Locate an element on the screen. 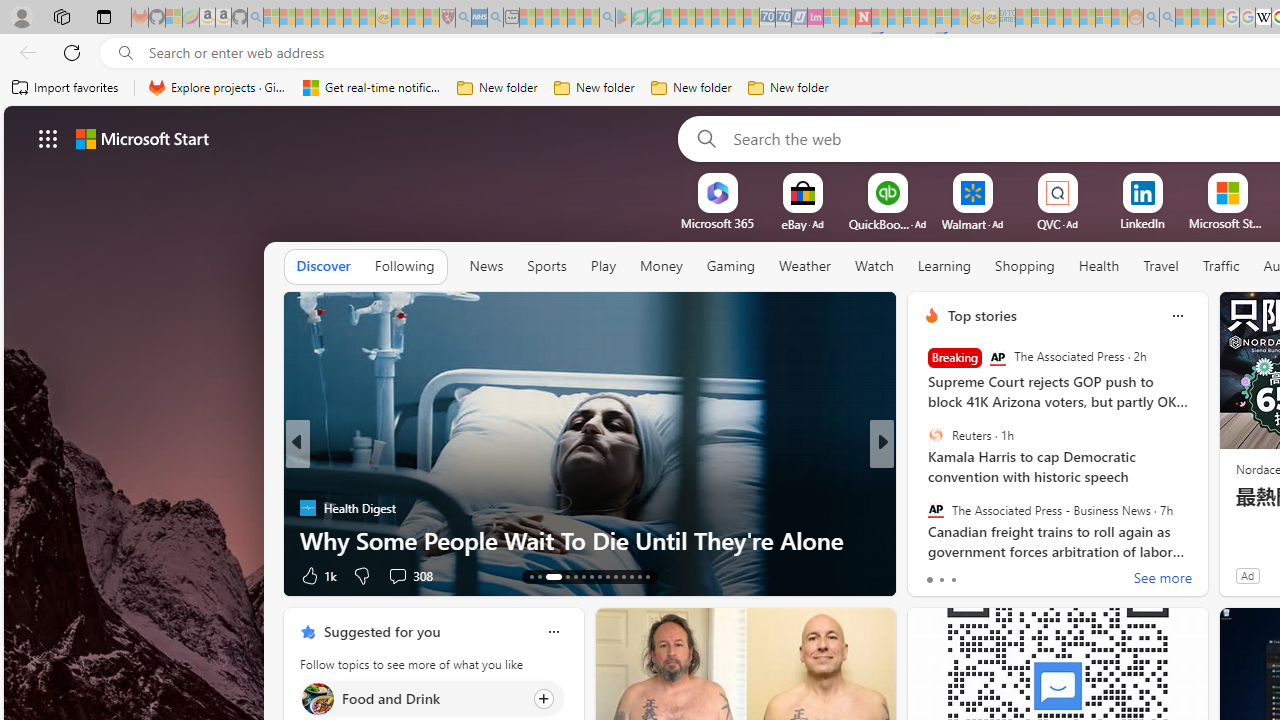  'AutomationID: tab-26' is located at coordinates (647, 577).